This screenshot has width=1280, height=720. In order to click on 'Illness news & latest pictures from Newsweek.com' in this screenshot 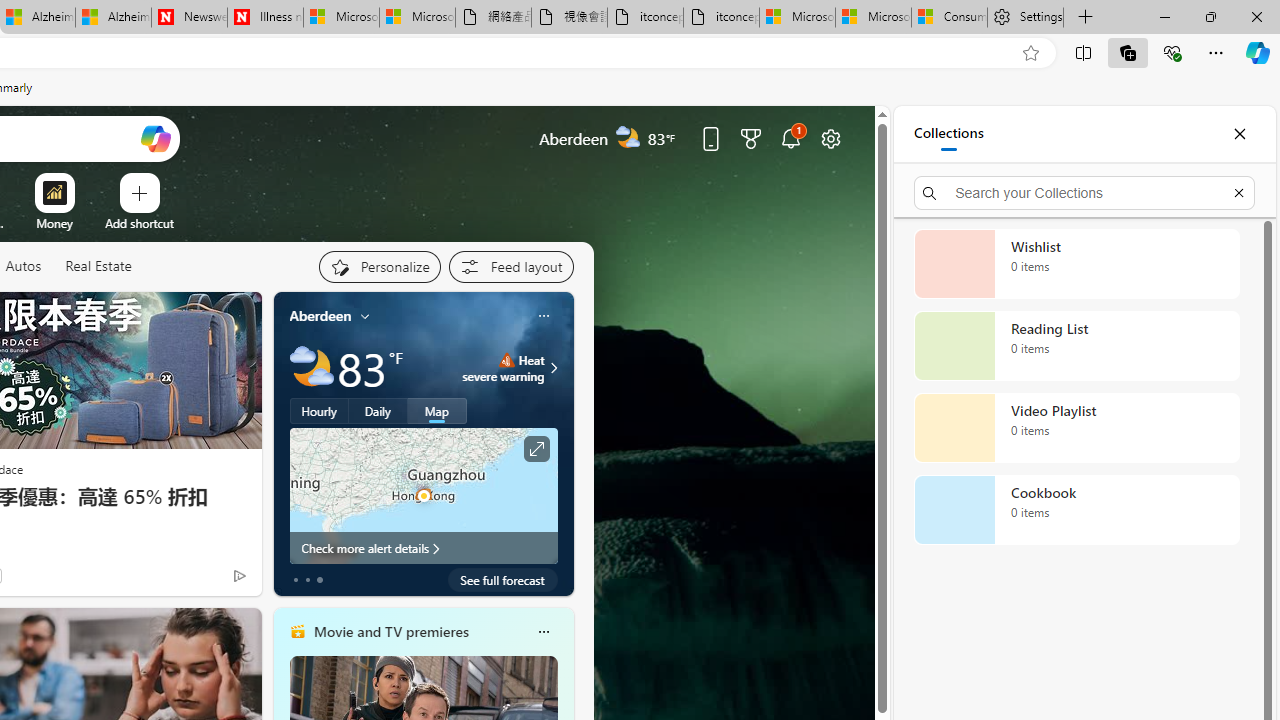, I will do `click(264, 17)`.